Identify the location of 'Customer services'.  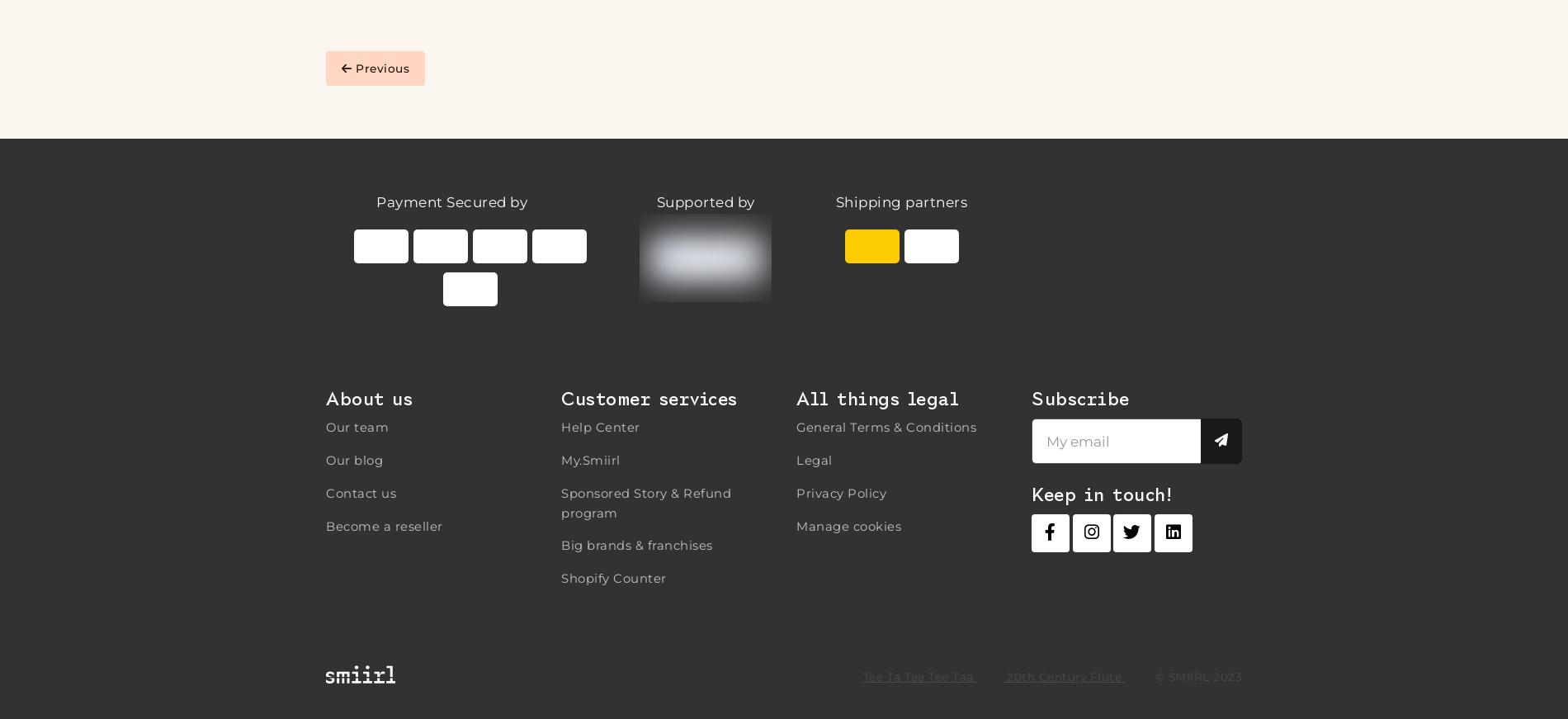
(561, 398).